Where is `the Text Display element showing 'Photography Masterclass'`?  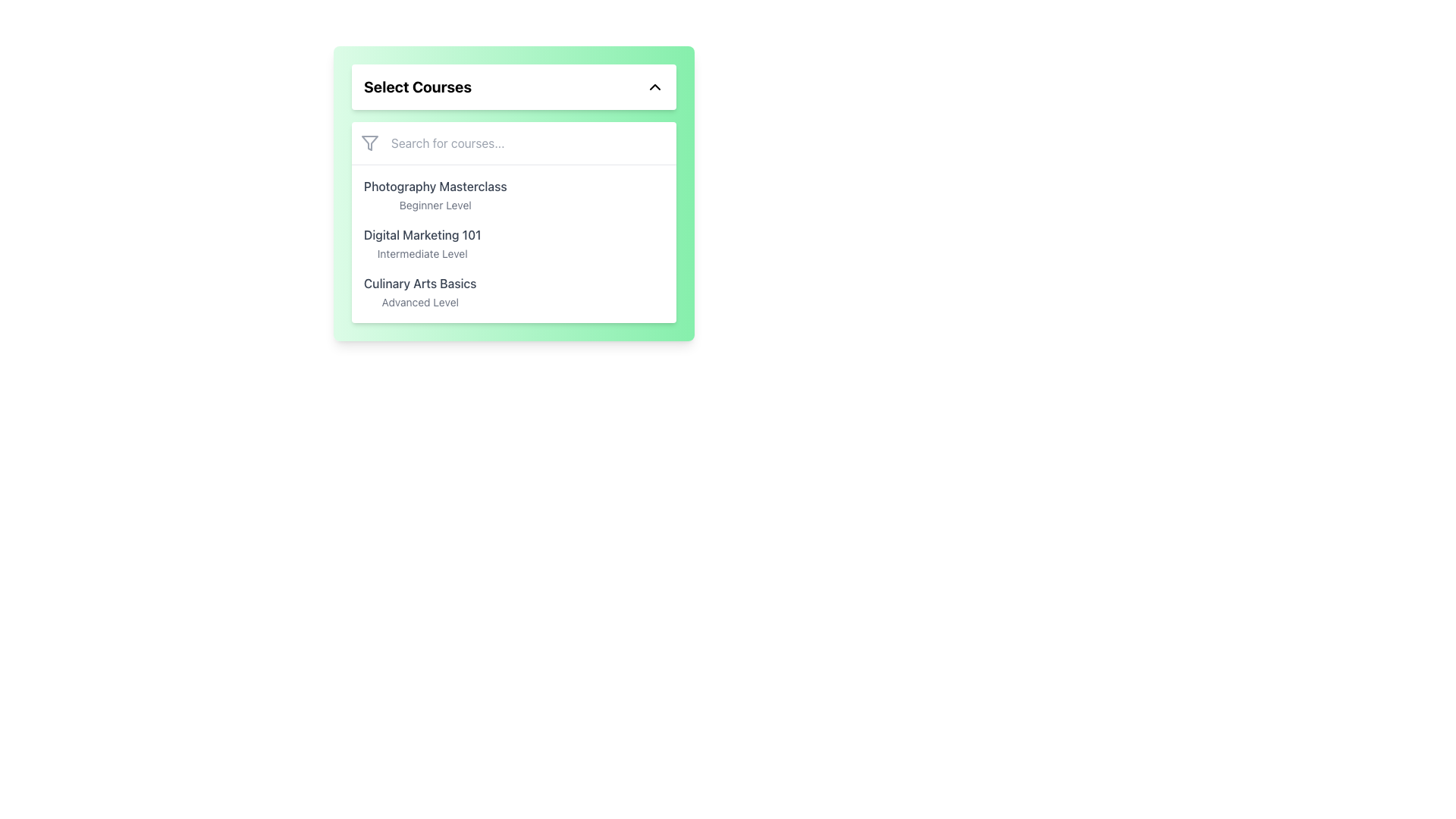
the Text Display element showing 'Photography Masterclass' is located at coordinates (435, 195).